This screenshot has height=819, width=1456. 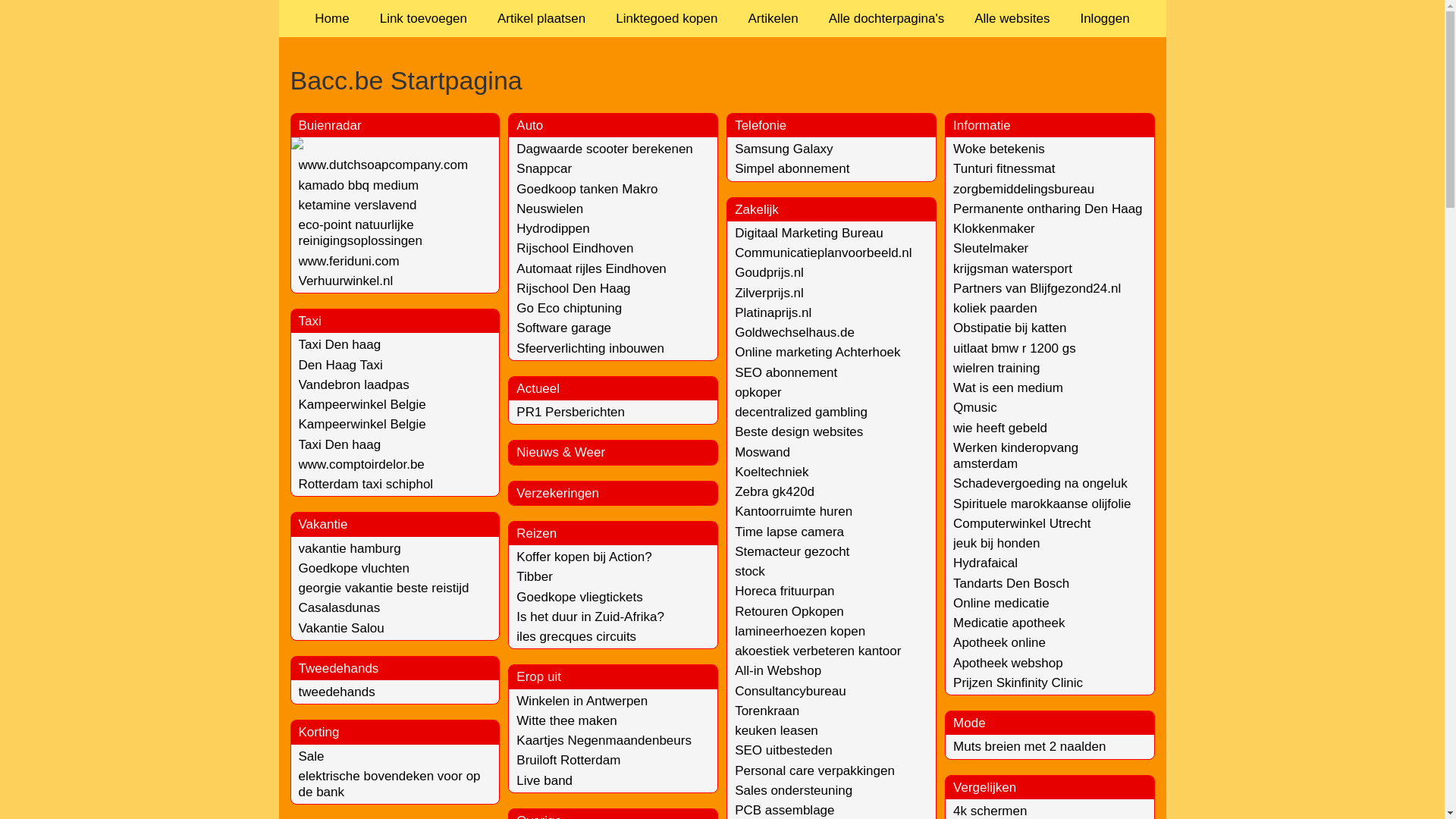 What do you see at coordinates (557, 493) in the screenshot?
I see `'Verzekeringen'` at bounding box center [557, 493].